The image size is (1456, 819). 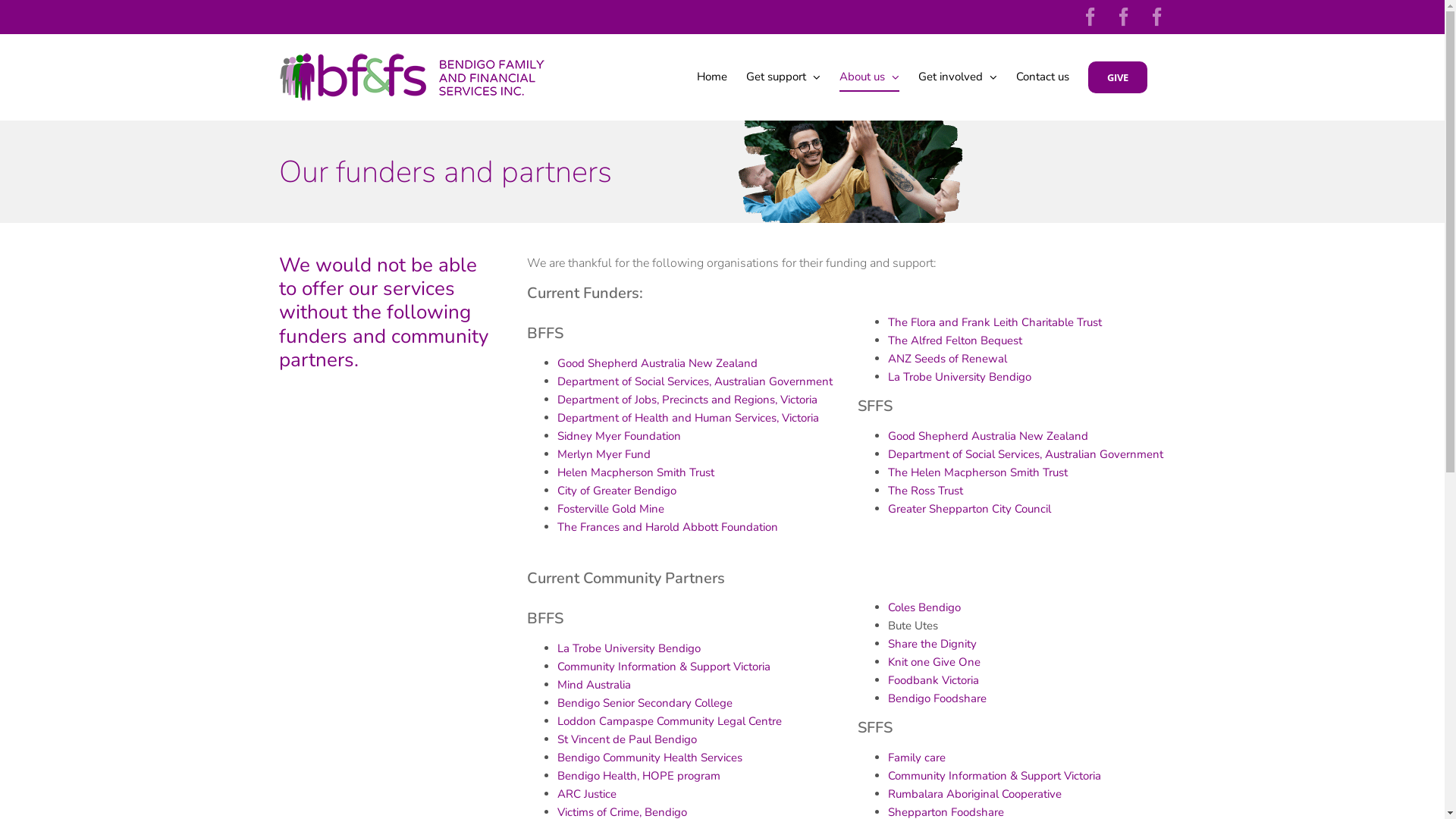 I want to click on 'Rumbalara Aboriginal Cooperative', so click(x=974, y=792).